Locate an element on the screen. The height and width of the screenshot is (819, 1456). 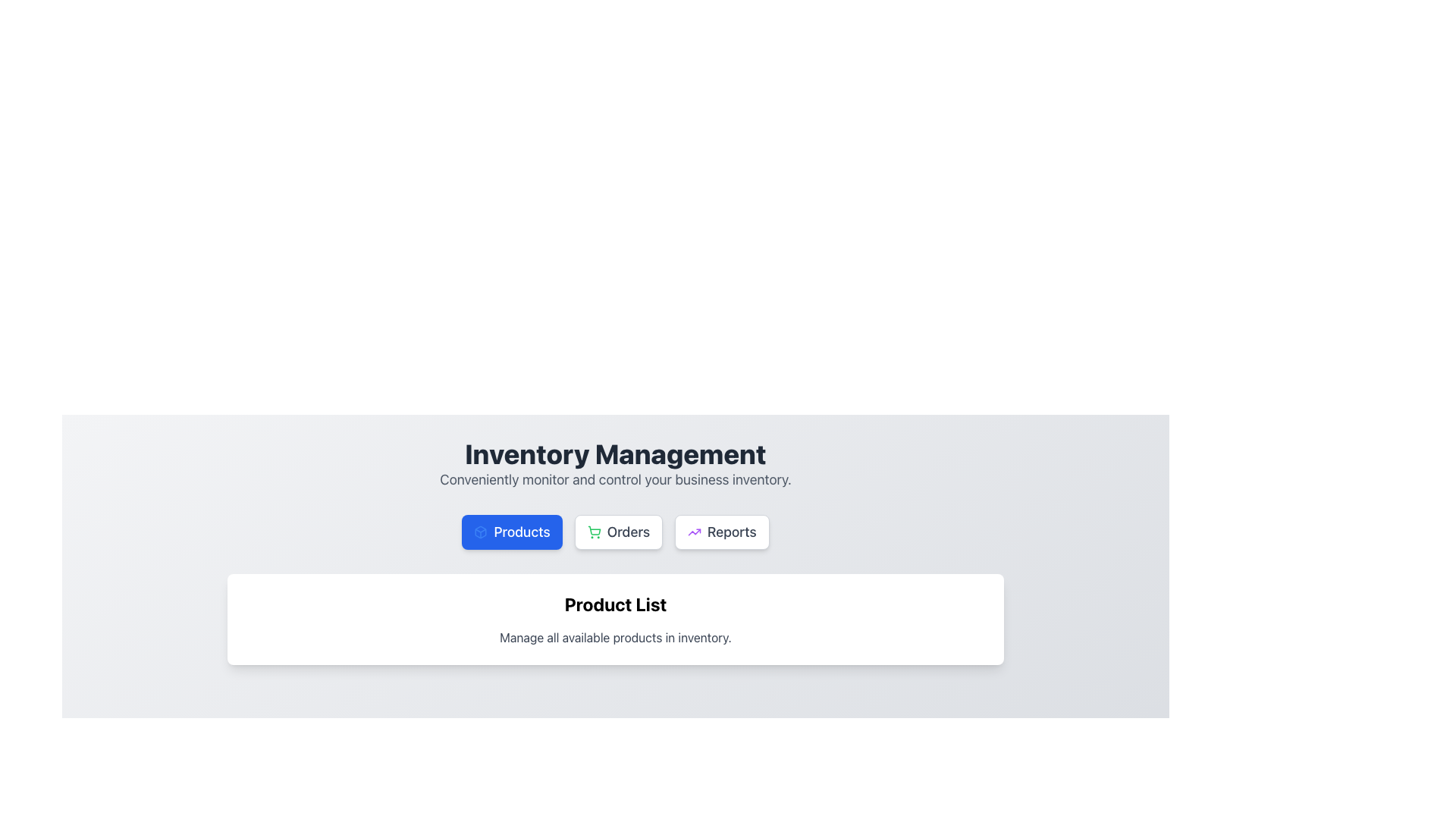
keyboard navigation is located at coordinates (721, 532).